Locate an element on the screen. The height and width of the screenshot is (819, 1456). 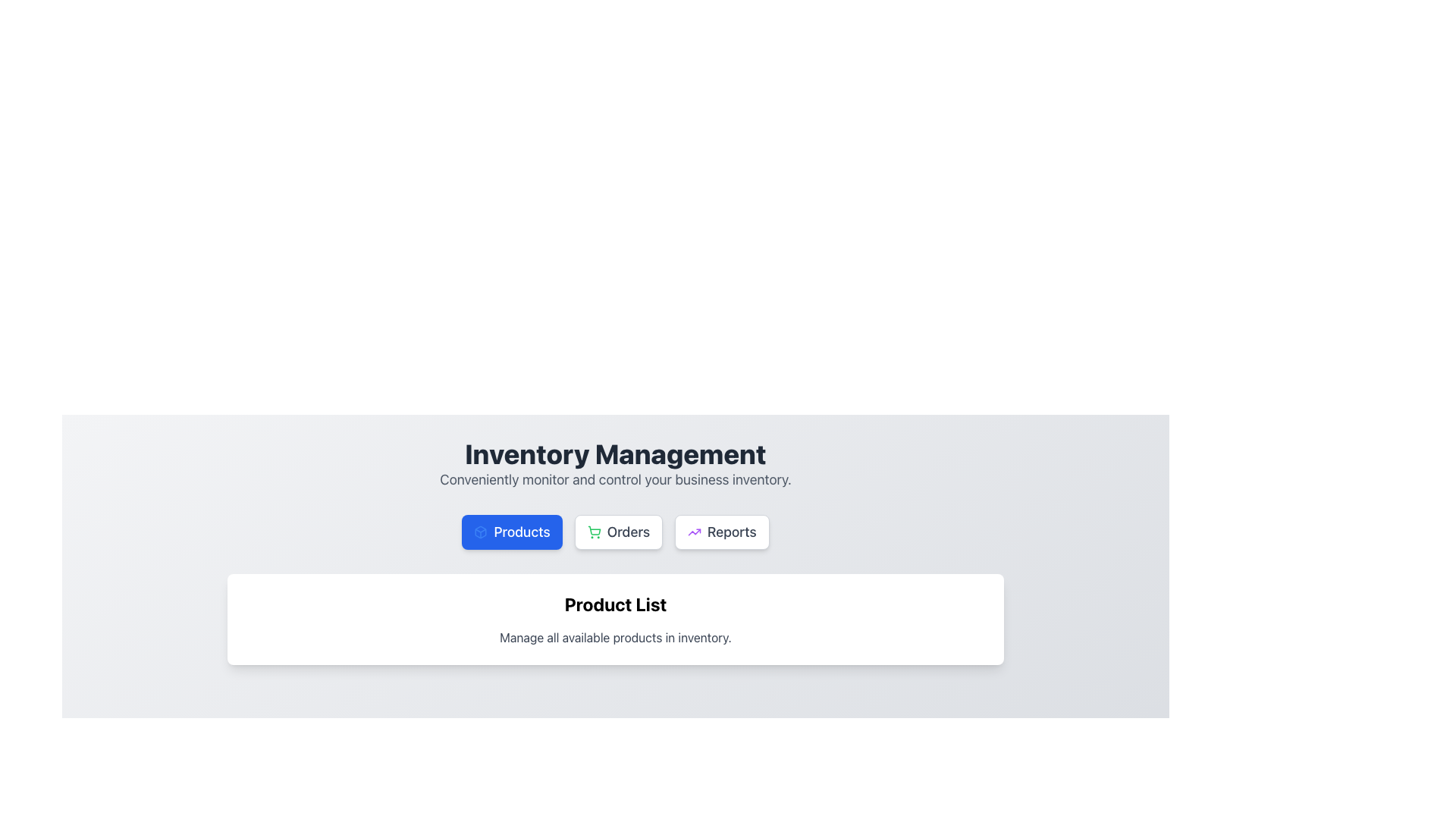
keyboard navigation is located at coordinates (721, 532).